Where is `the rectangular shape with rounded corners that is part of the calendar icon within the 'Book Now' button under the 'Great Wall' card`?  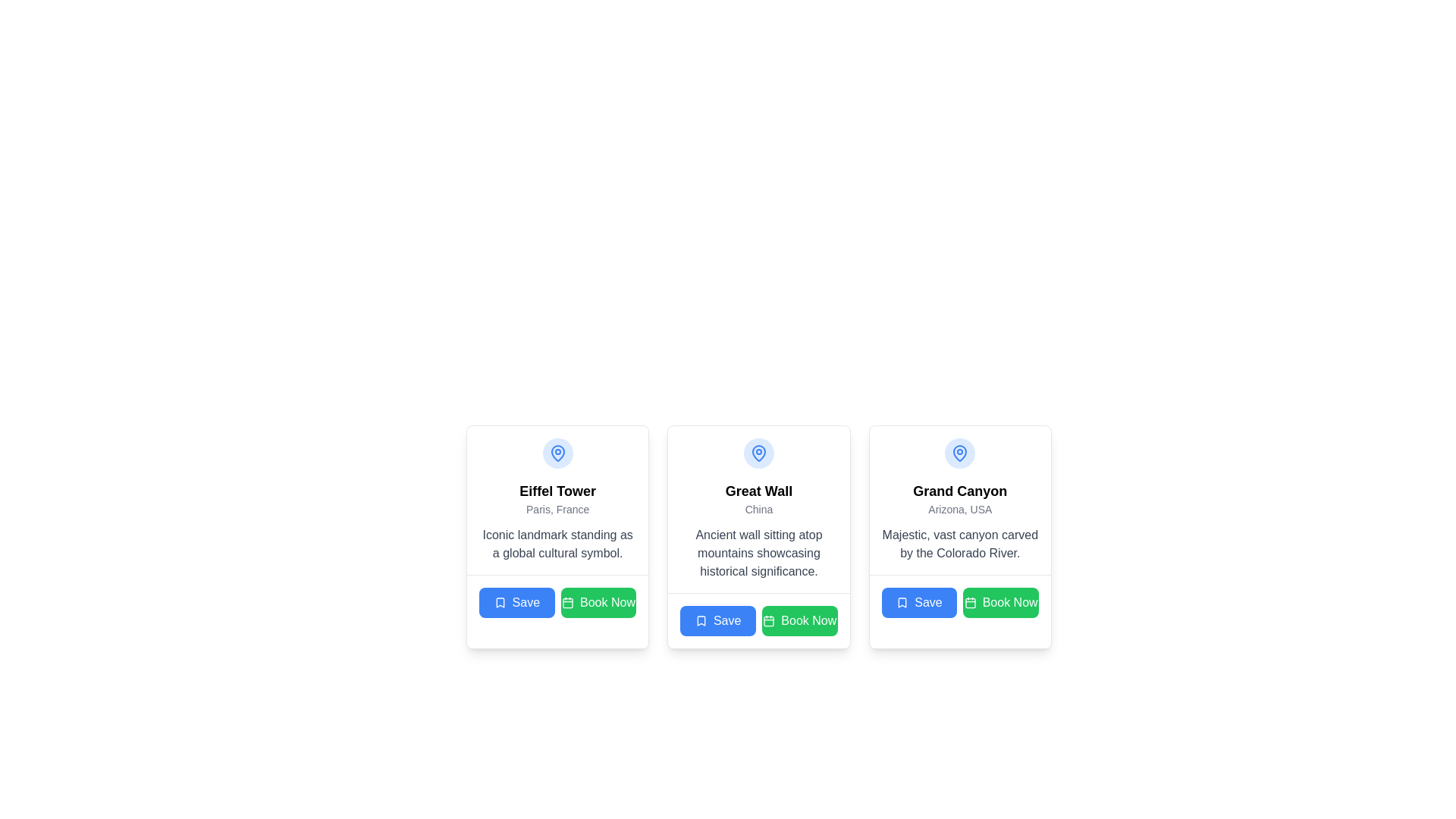
the rectangular shape with rounded corners that is part of the calendar icon within the 'Book Now' button under the 'Great Wall' card is located at coordinates (769, 621).